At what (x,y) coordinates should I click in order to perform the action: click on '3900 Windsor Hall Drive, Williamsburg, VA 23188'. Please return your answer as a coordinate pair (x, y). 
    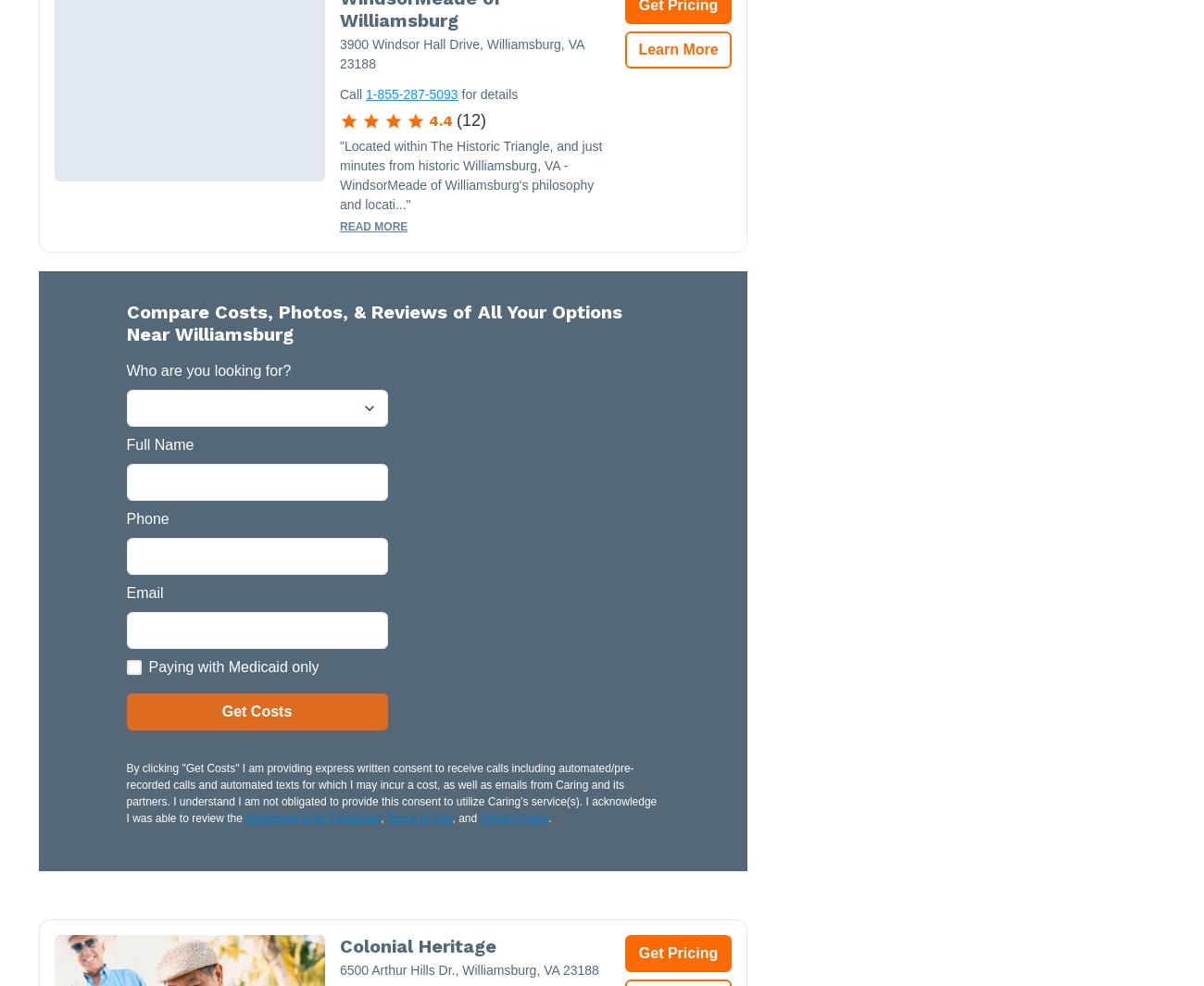
    Looking at the image, I should click on (461, 53).